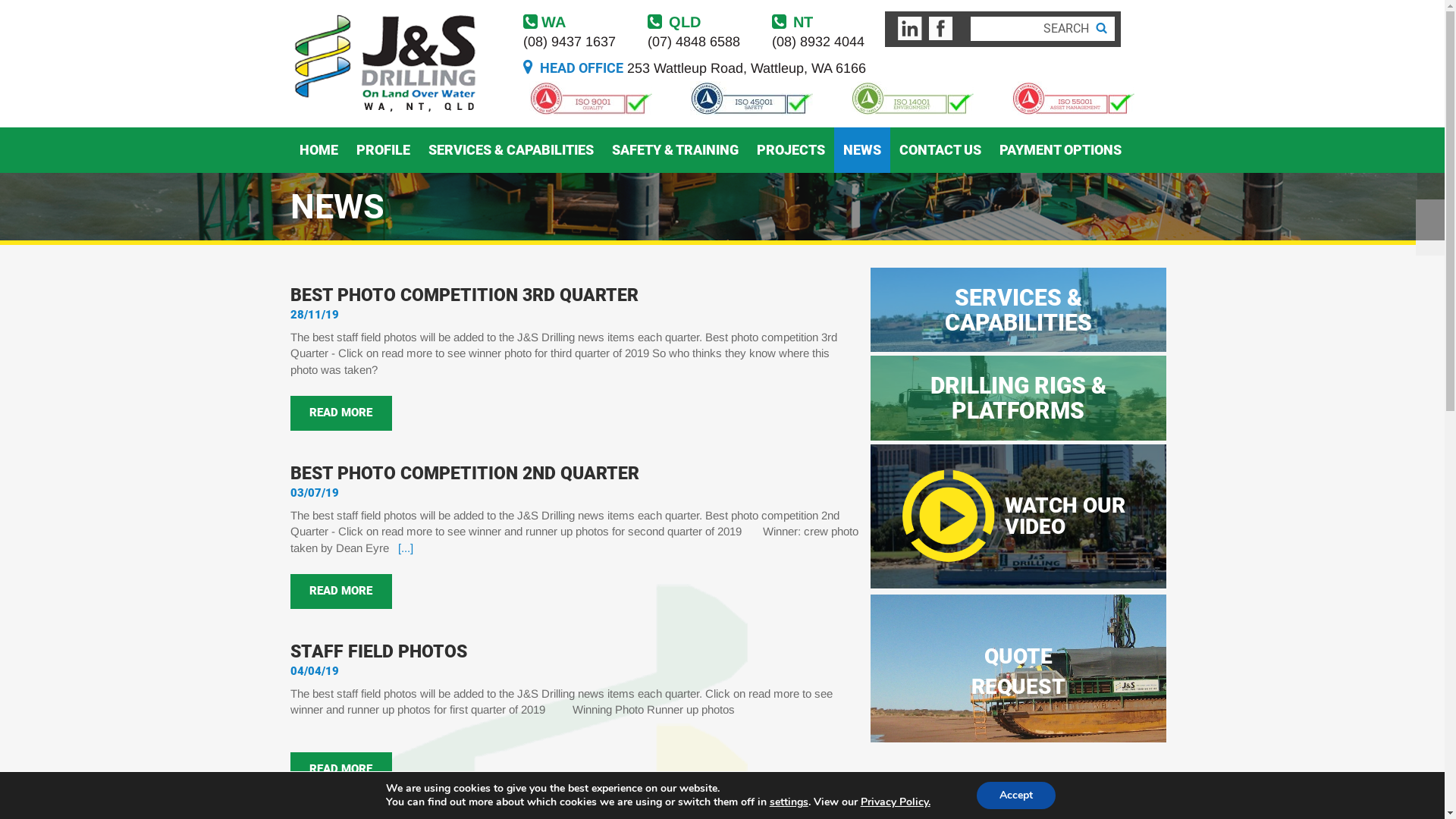  What do you see at coordinates (673, 149) in the screenshot?
I see `'SAFETY & TRAINING'` at bounding box center [673, 149].